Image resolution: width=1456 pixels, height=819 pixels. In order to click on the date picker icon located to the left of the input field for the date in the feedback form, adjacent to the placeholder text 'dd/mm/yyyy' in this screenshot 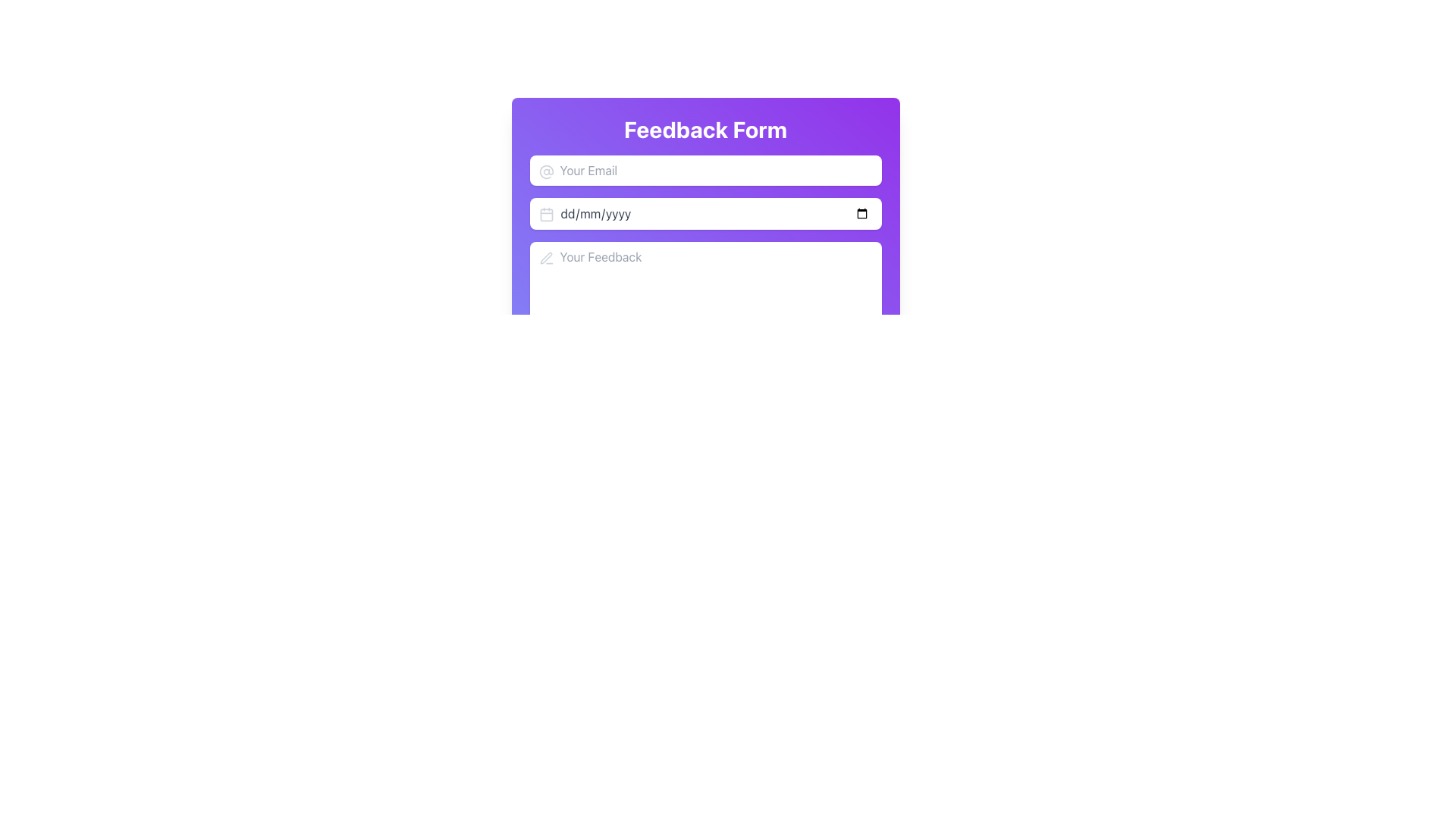, I will do `click(546, 214)`.